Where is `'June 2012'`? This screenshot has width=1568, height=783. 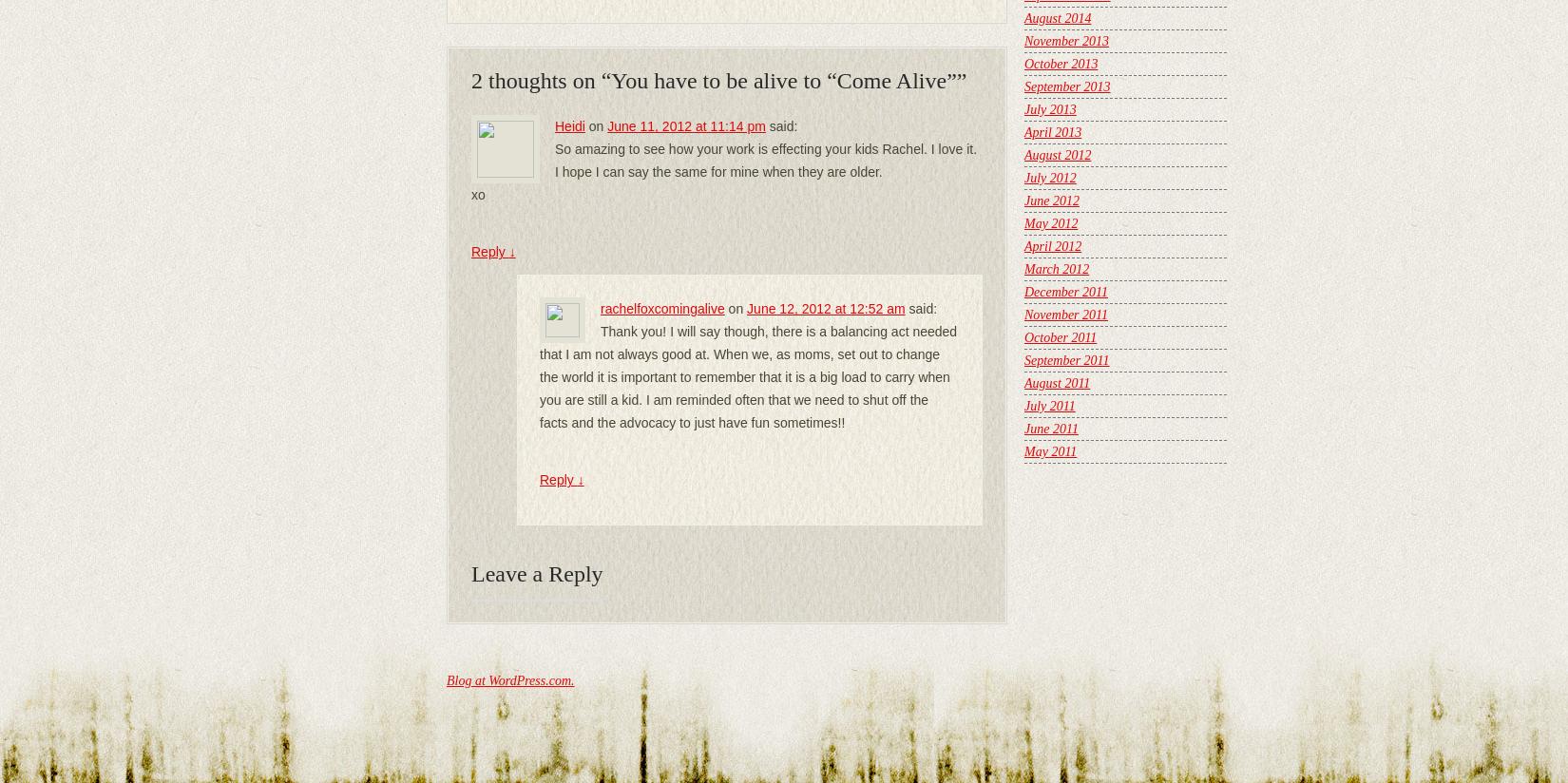 'June 2012' is located at coordinates (1051, 200).